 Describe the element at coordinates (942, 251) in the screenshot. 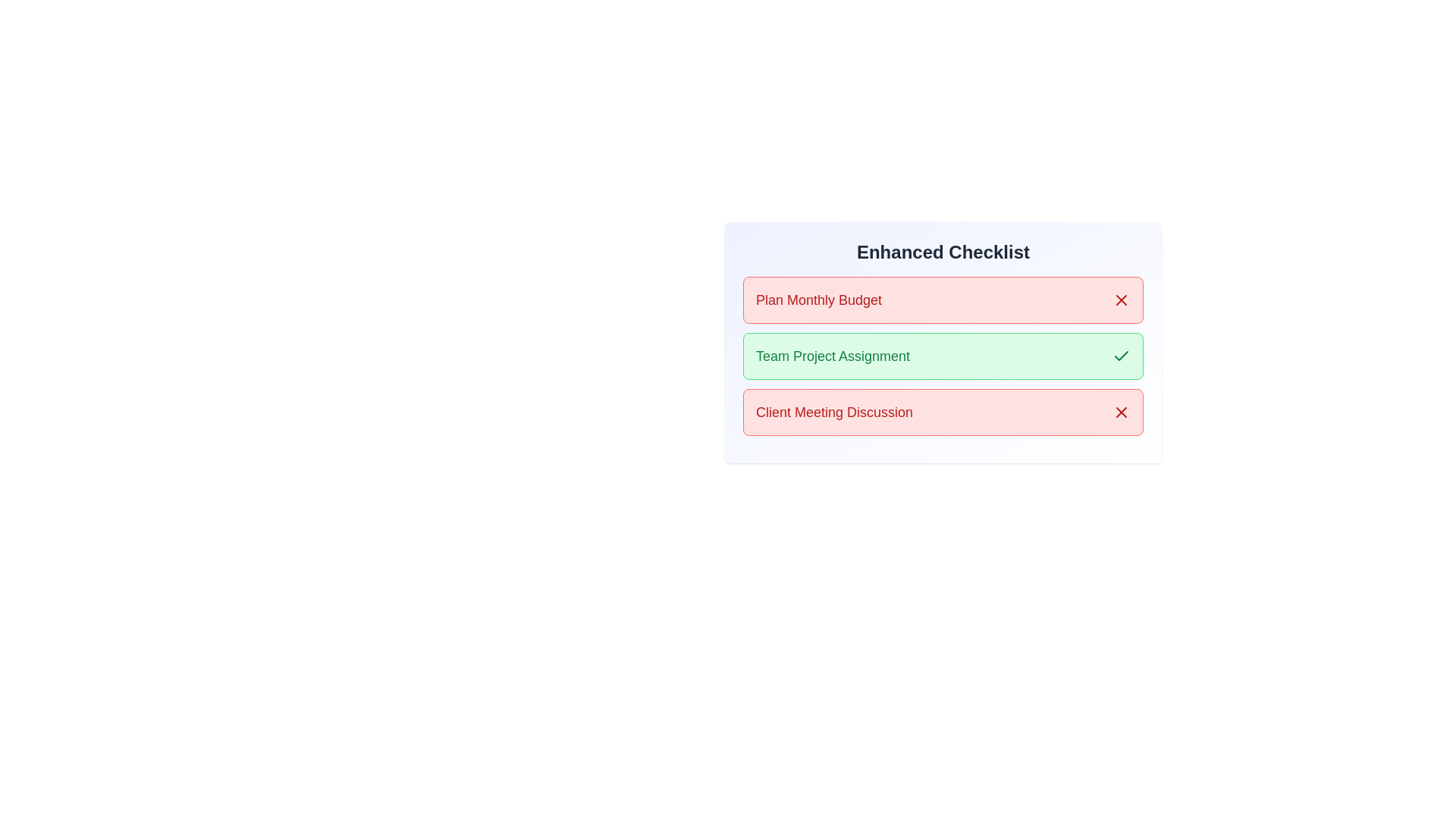

I see `the bold header with the text 'Enhanced Checklist' which is centrally aligned at the top of its section` at that location.